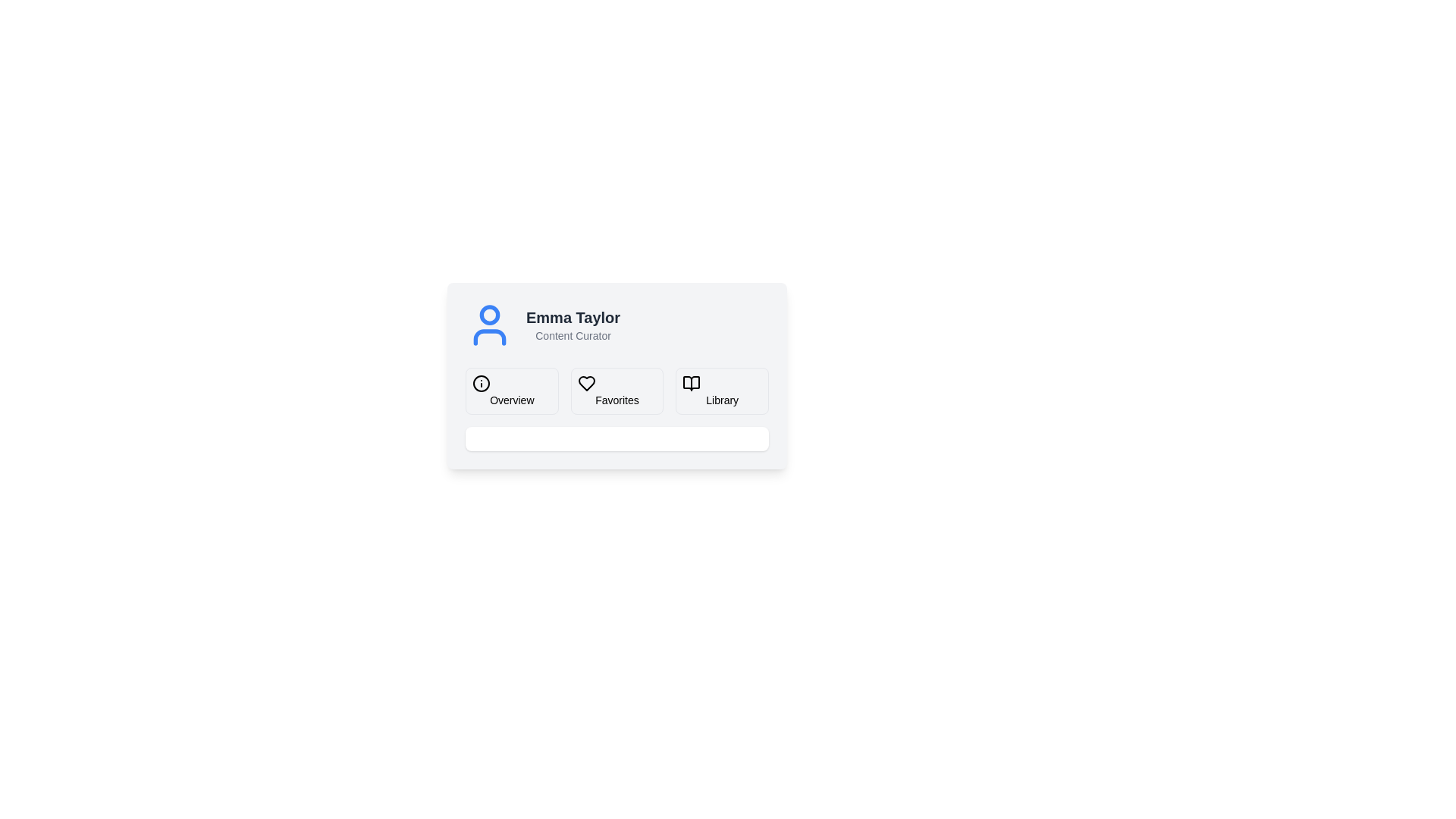 The height and width of the screenshot is (819, 1456). What do you see at coordinates (585, 382) in the screenshot?
I see `the heart icon button, which represents the 'favorites' function` at bounding box center [585, 382].